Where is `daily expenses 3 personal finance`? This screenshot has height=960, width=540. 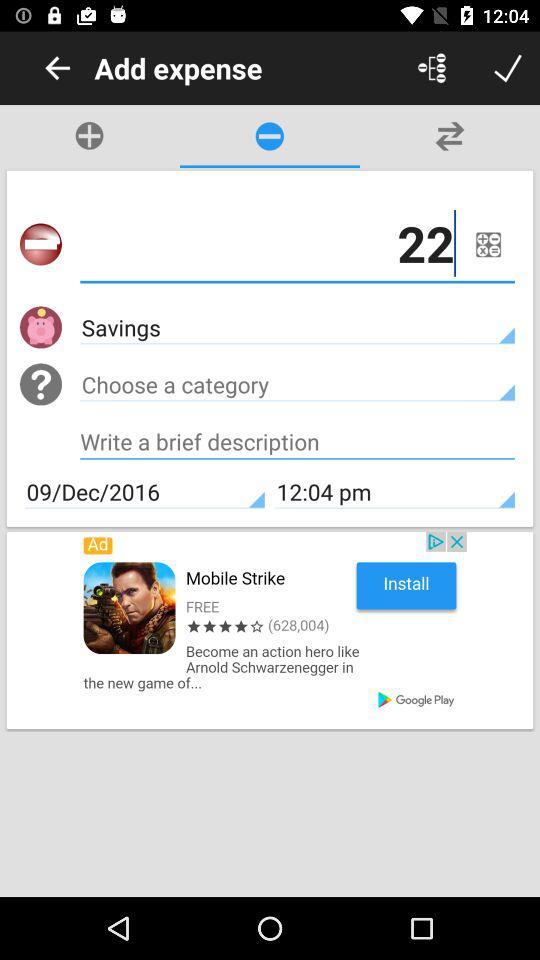
daily expenses 3 personal finance is located at coordinates (508, 68).